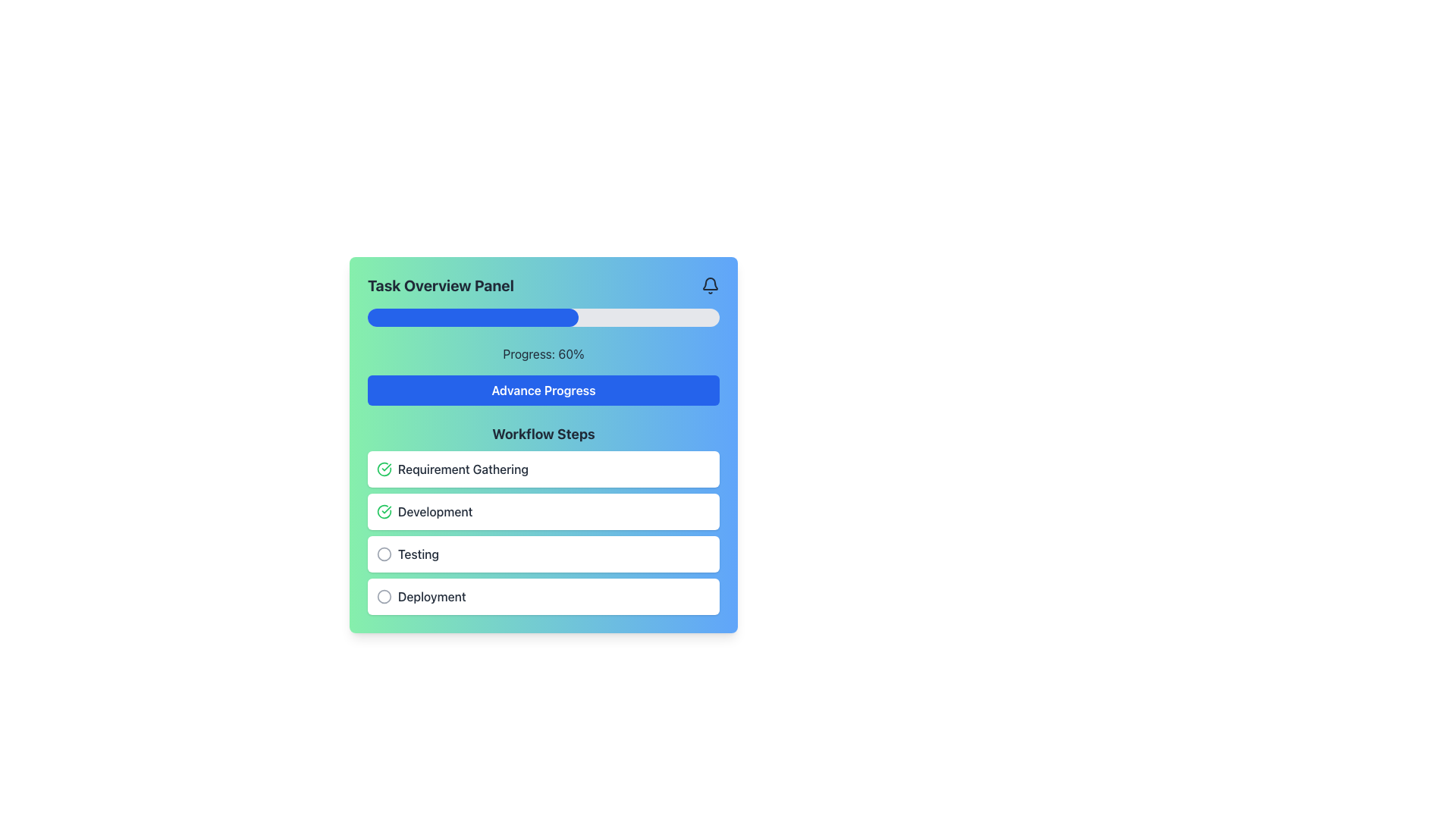 This screenshot has width=1456, height=819. What do you see at coordinates (384, 468) in the screenshot?
I see `the completion status icon located to the left of the 'Requirement Gathering' label, indicating the active status of this step` at bounding box center [384, 468].